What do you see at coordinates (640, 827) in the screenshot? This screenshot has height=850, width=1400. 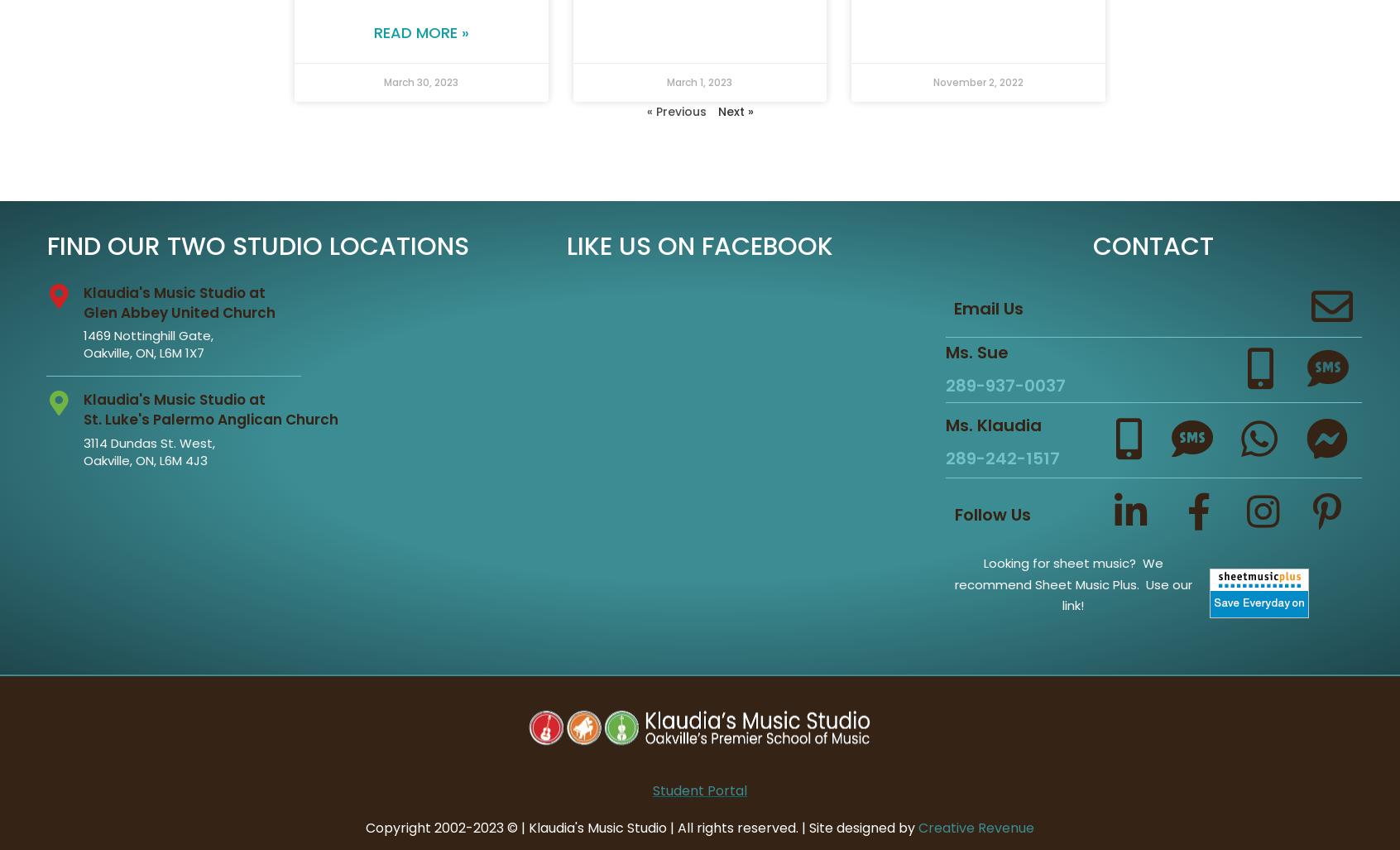 I see `'Copyright 2002-2023 © | Klaudia's Music Studio | All rights reserved. | Site designed by'` at bounding box center [640, 827].